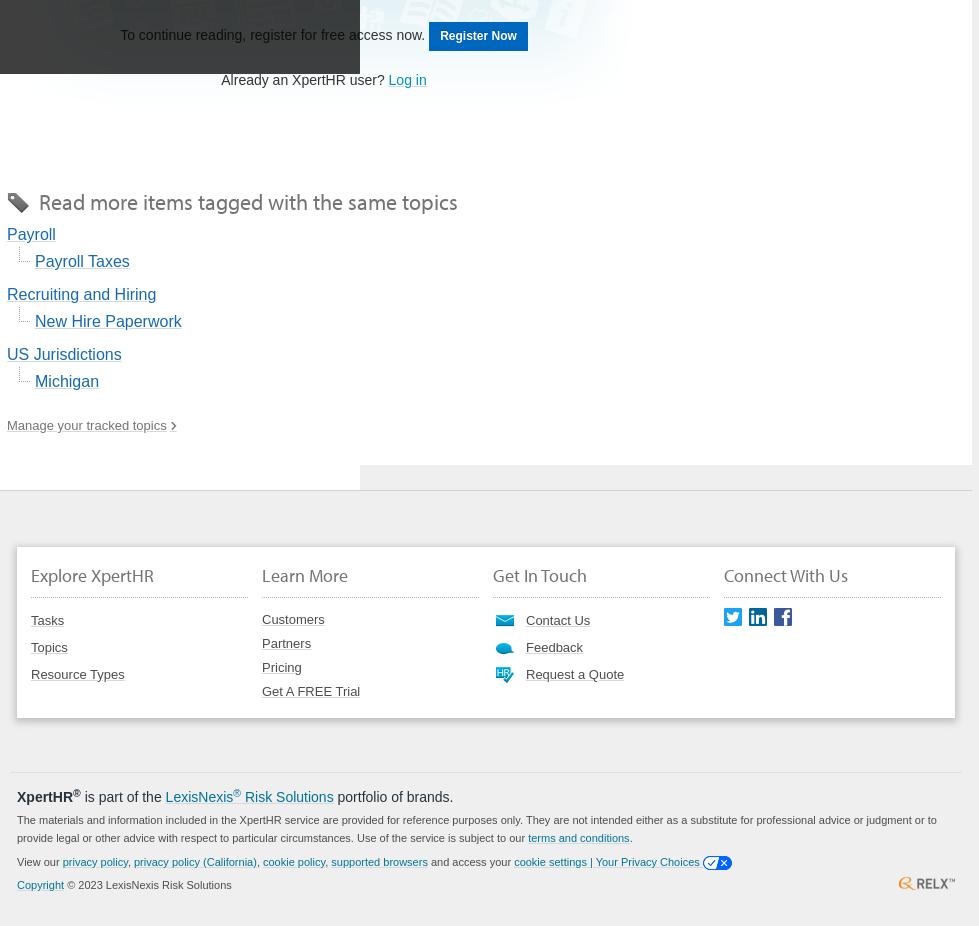 This screenshot has height=926, width=979. Describe the element at coordinates (378, 860) in the screenshot. I see `'supported browsers'` at that location.